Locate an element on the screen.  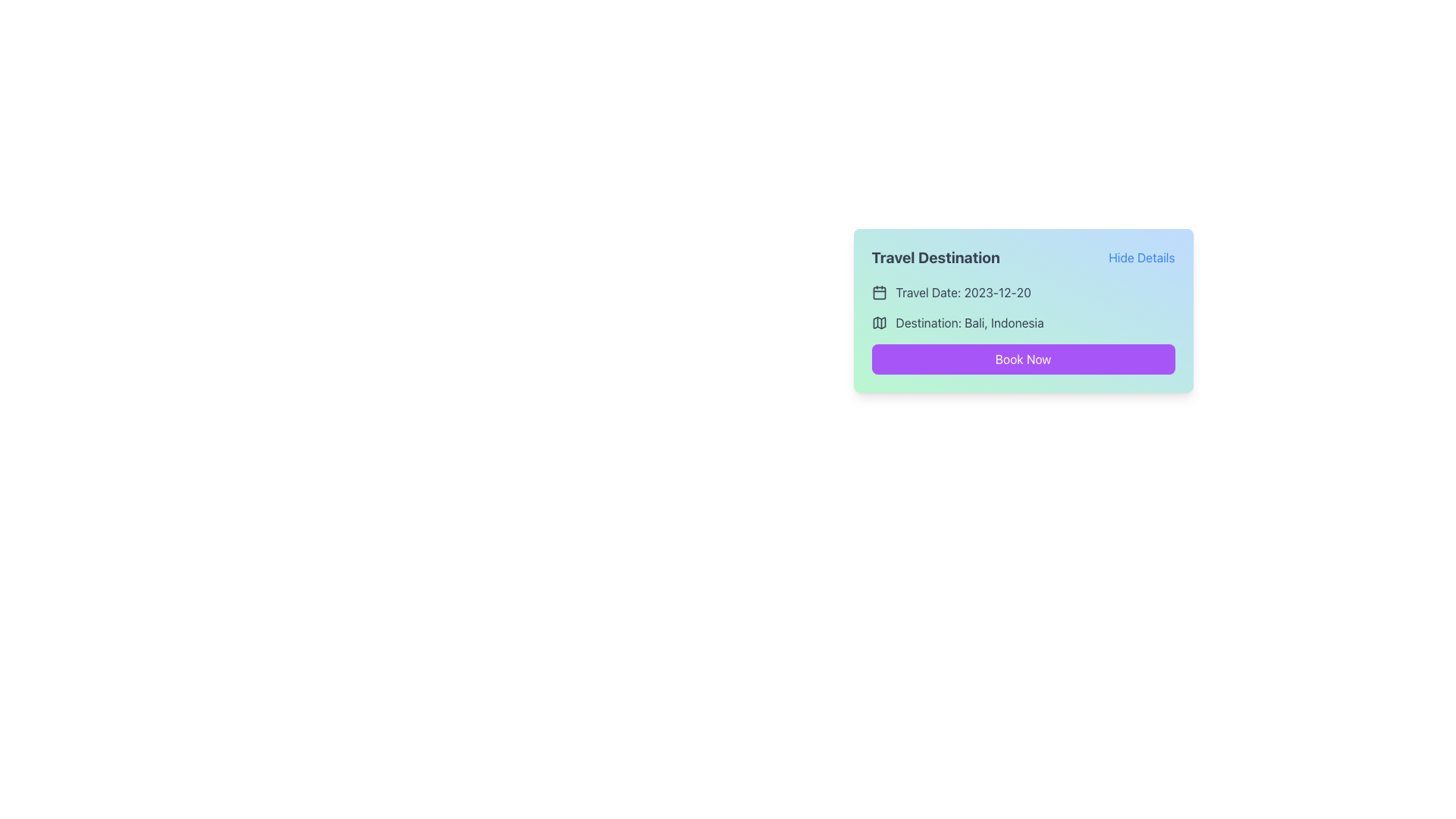
the static text displaying the travel date '2023-12-20', which is the second inline component in the 'Travel Destination' section, located to the right of a calendar icon is located at coordinates (962, 292).